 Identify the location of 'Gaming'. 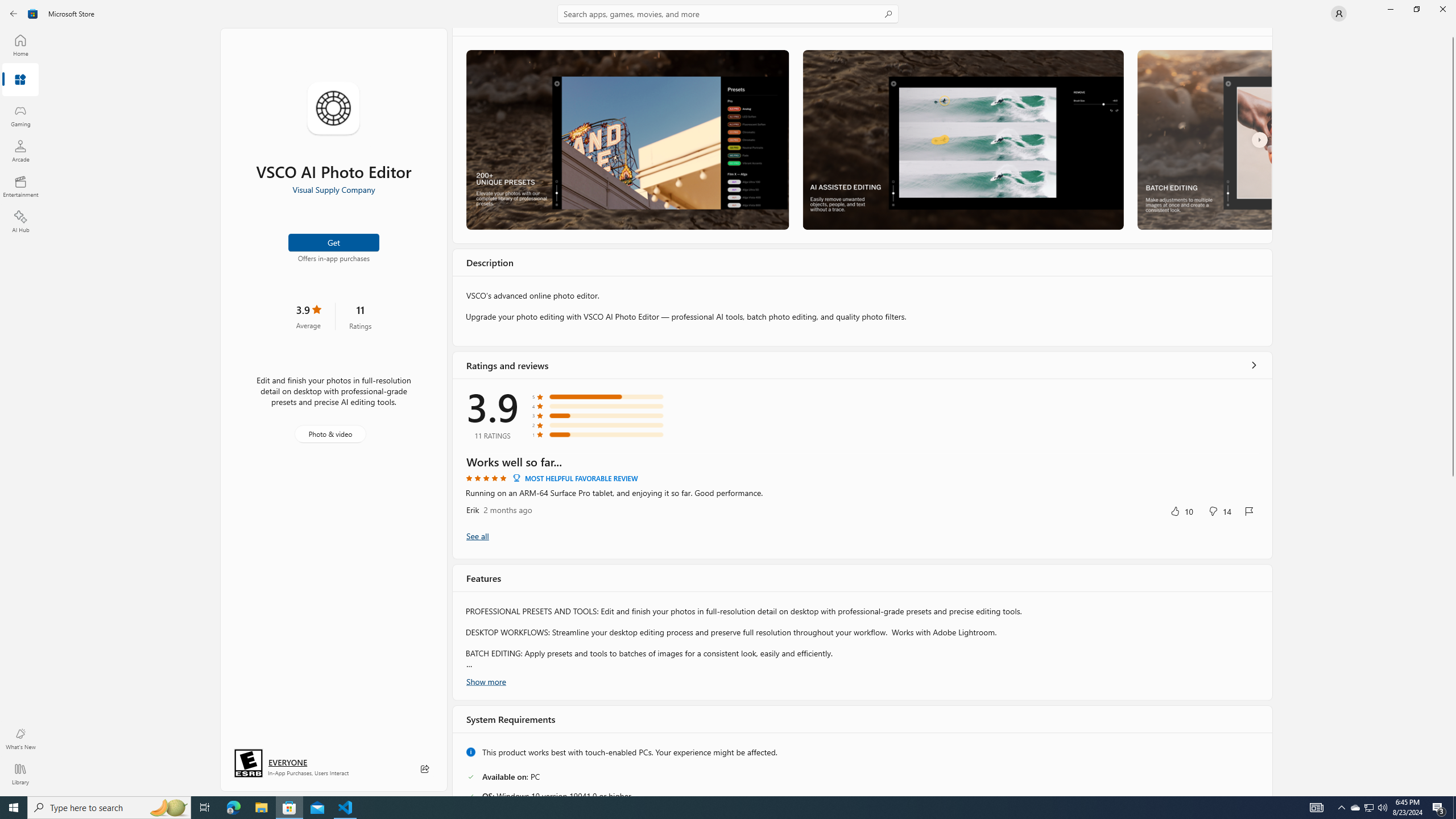
(19, 115).